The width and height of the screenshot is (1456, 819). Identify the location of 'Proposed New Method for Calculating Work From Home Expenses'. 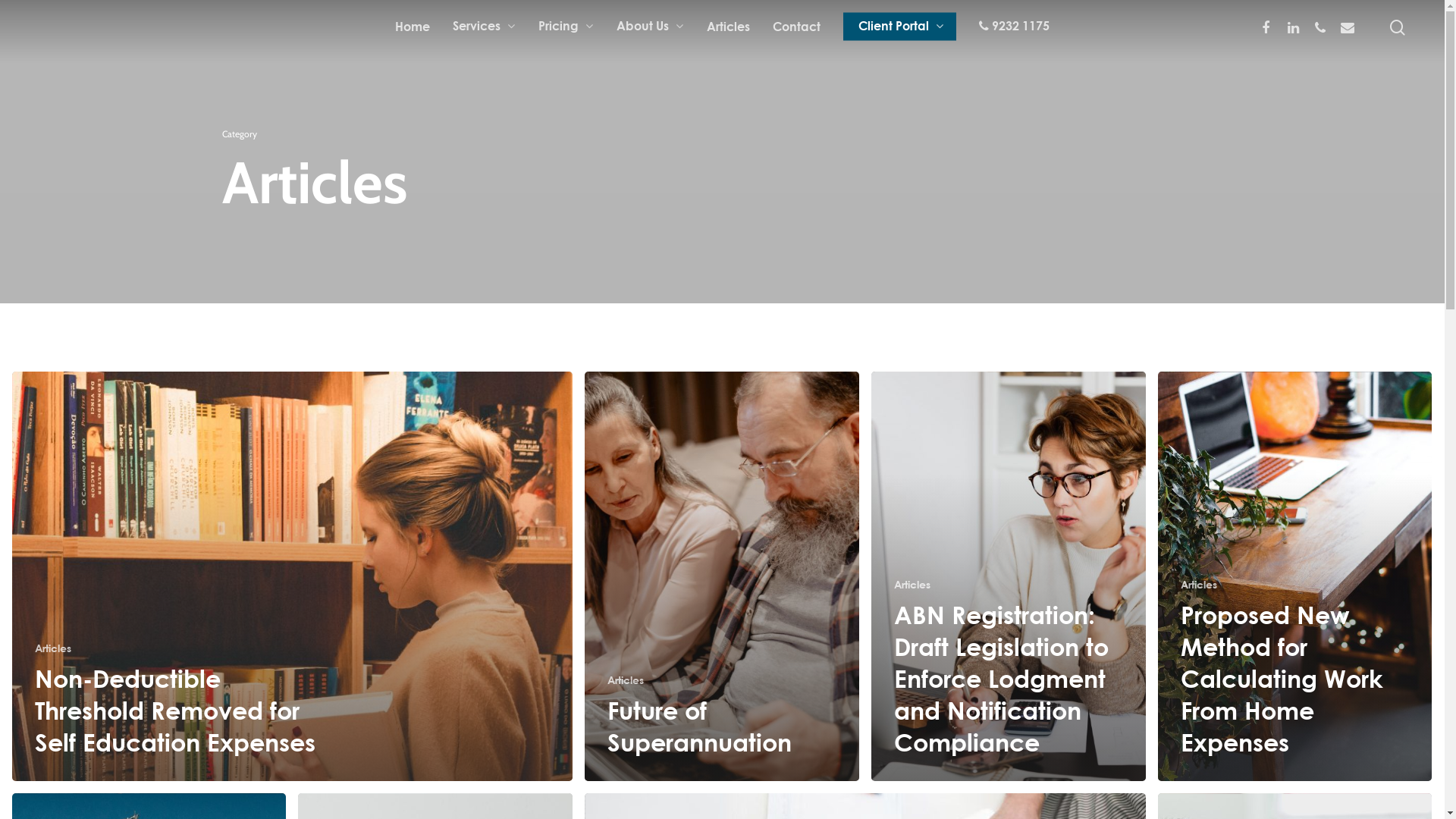
(1281, 677).